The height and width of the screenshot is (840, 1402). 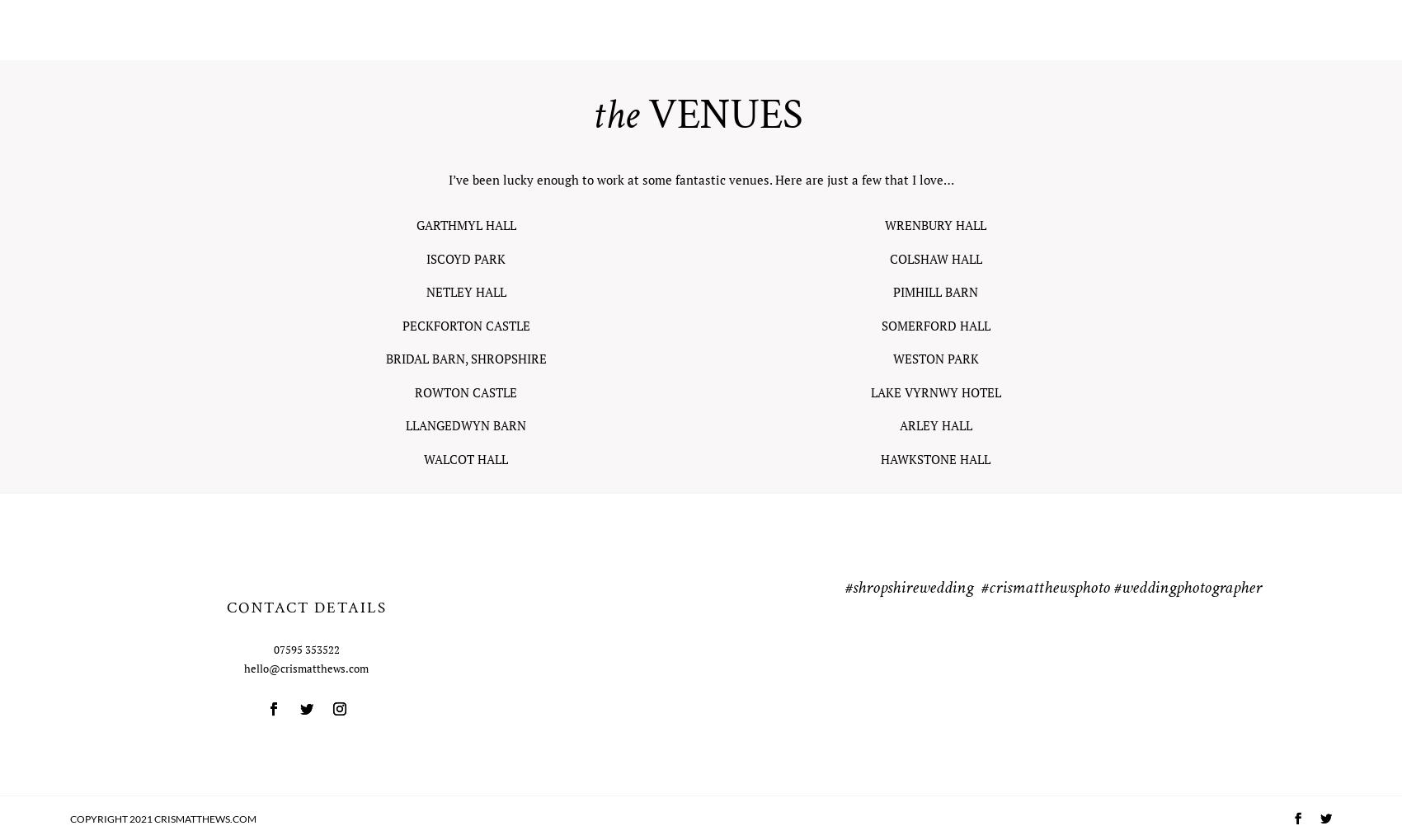 What do you see at coordinates (465, 458) in the screenshot?
I see `'WALCOT HALL'` at bounding box center [465, 458].